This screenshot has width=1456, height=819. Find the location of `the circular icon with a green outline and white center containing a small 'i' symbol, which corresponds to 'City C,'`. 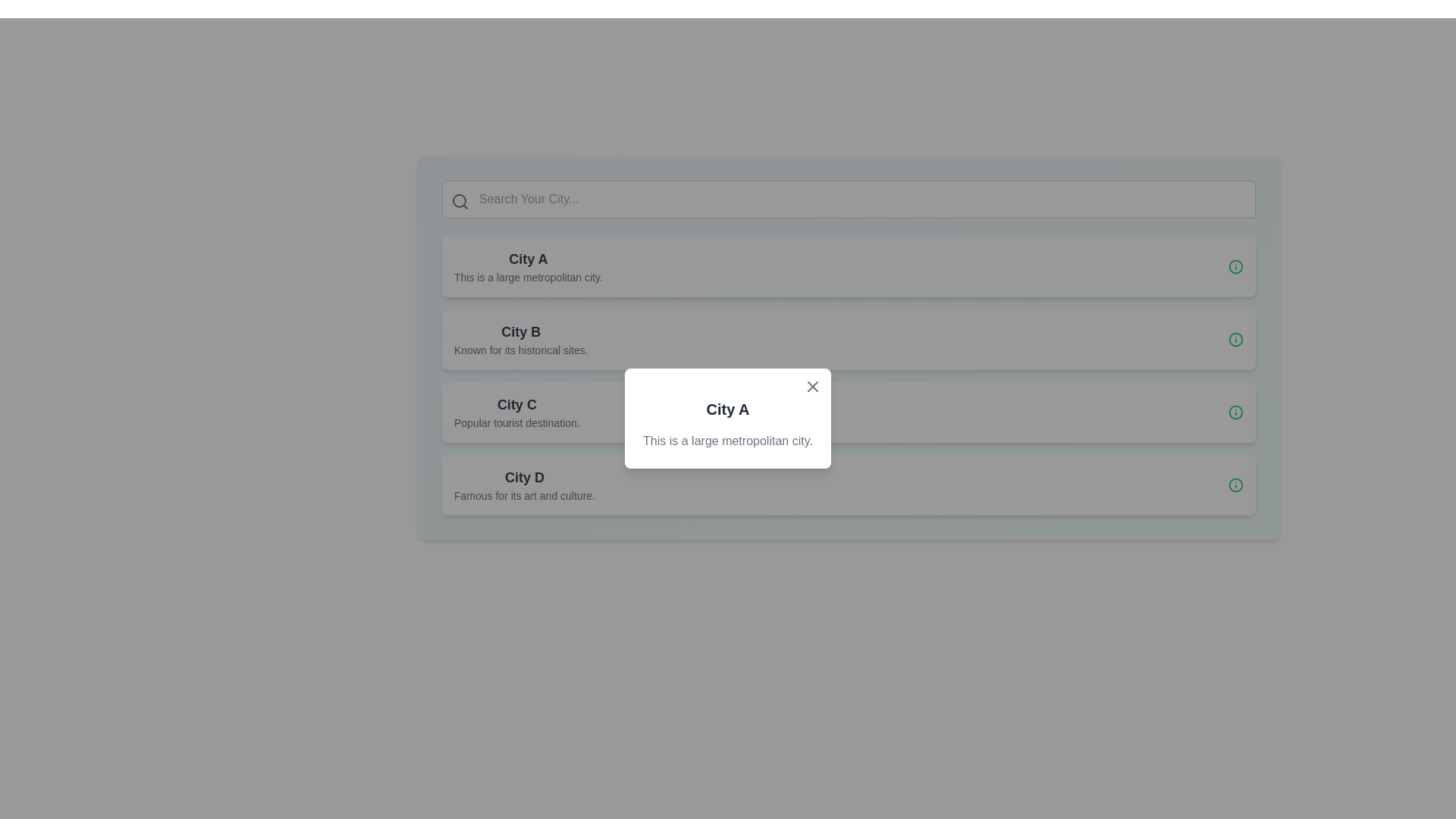

the circular icon with a green outline and white center containing a small 'i' symbol, which corresponds to 'City C,' is located at coordinates (1236, 412).